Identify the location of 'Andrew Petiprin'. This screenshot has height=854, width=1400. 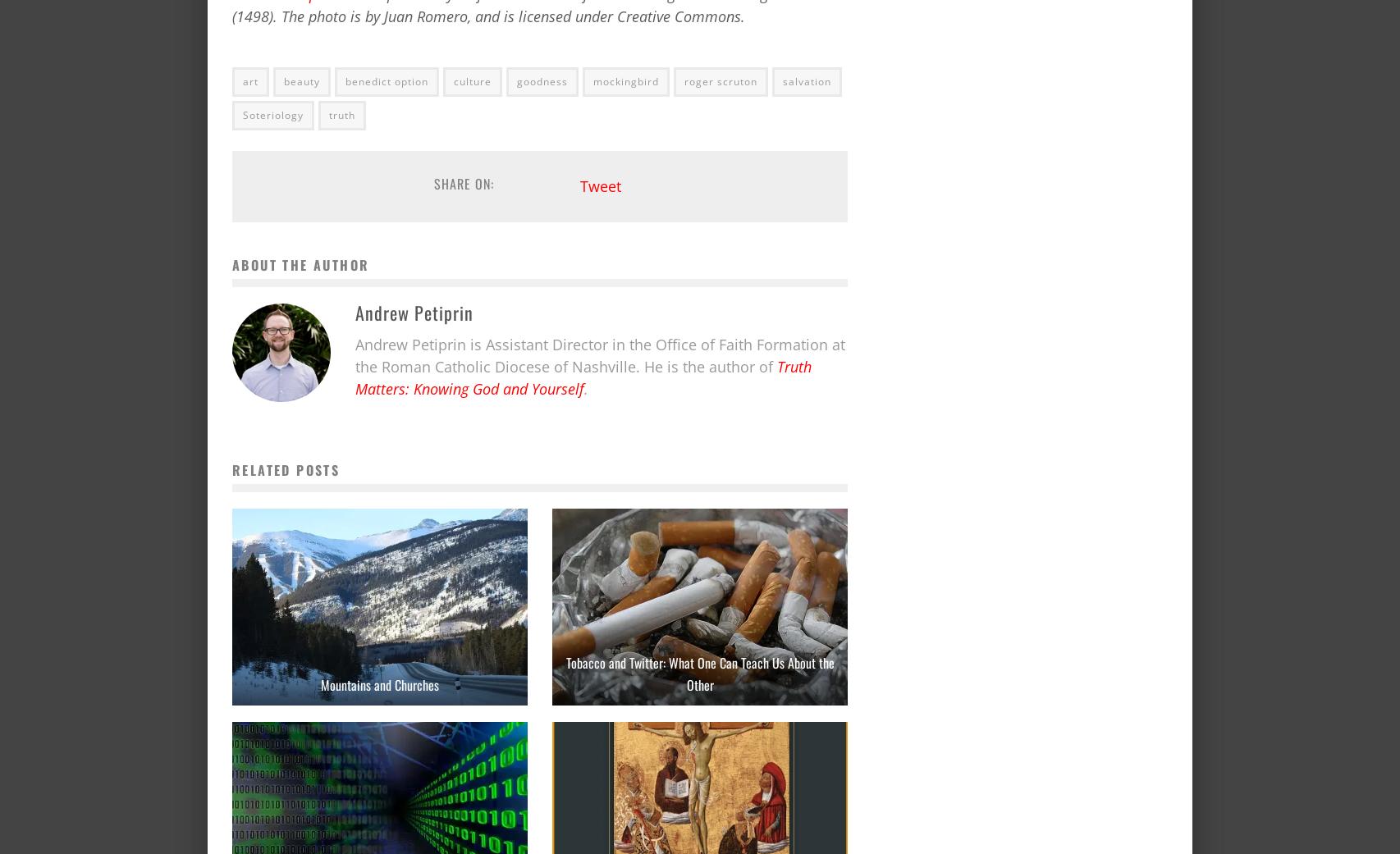
(413, 311).